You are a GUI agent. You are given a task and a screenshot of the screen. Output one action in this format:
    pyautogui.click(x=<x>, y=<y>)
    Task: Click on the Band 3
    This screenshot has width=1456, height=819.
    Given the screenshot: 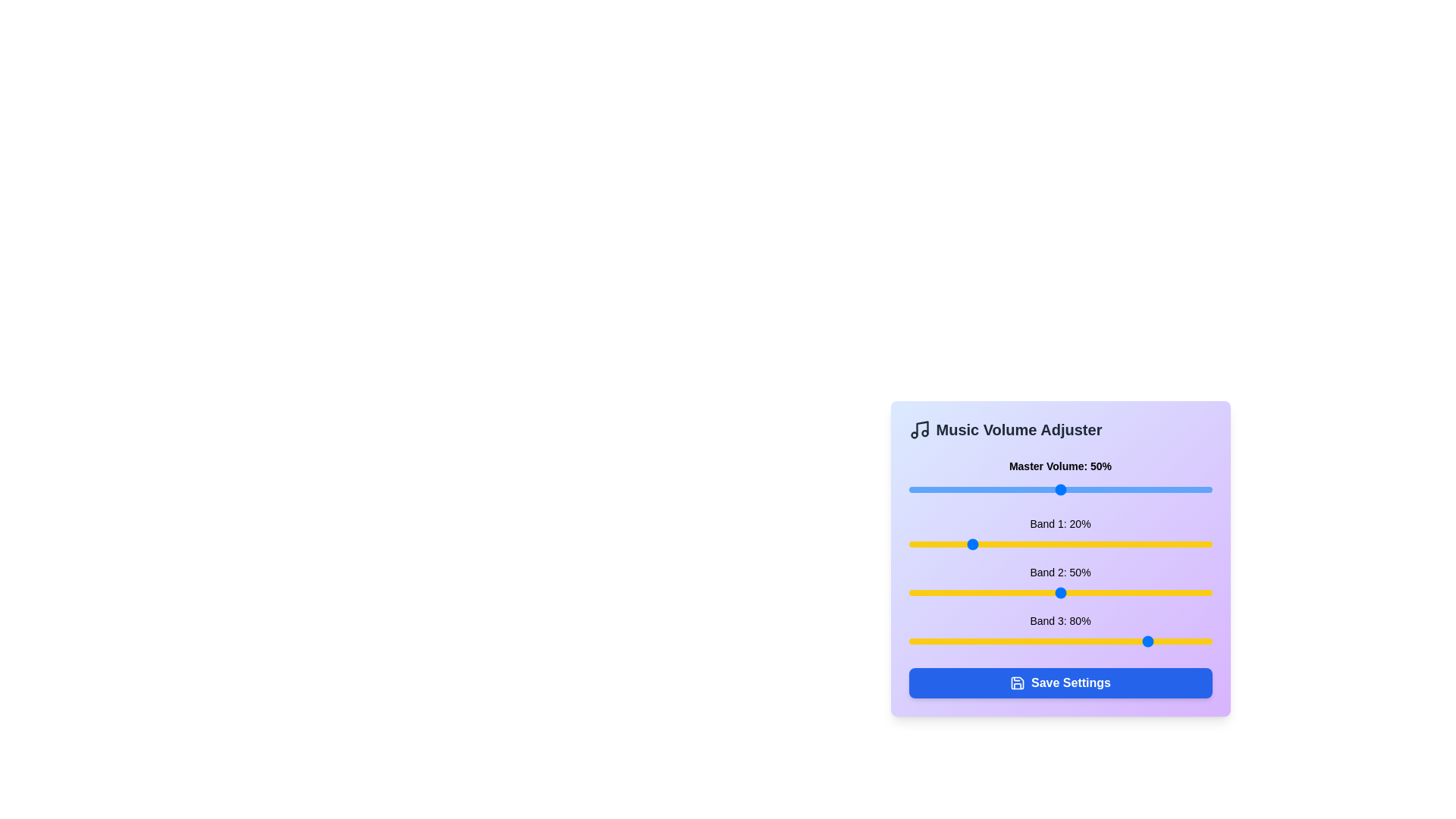 What is the action you would take?
    pyautogui.click(x=993, y=641)
    